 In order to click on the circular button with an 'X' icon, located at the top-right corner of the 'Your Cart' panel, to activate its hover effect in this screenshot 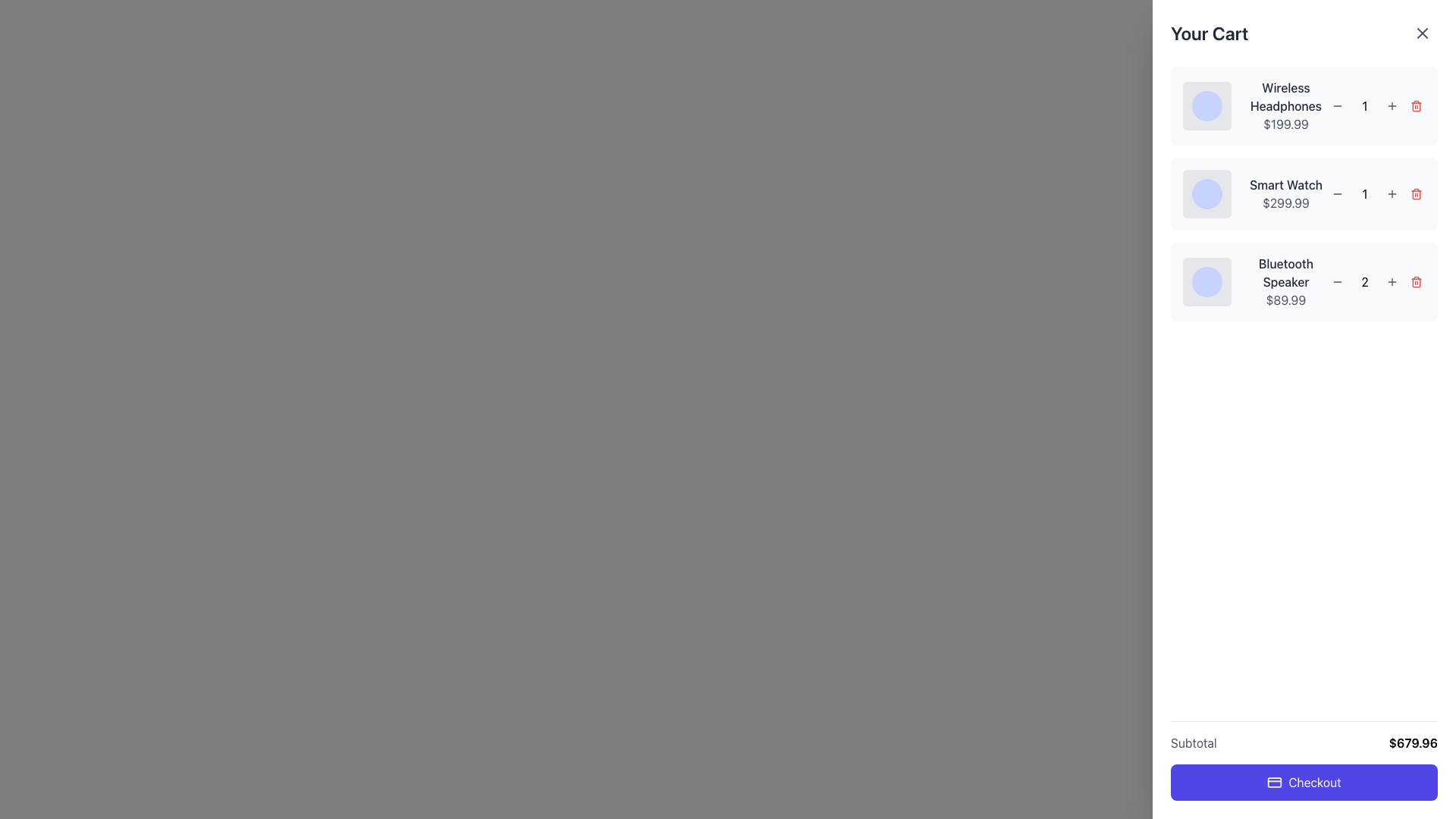, I will do `click(1422, 33)`.